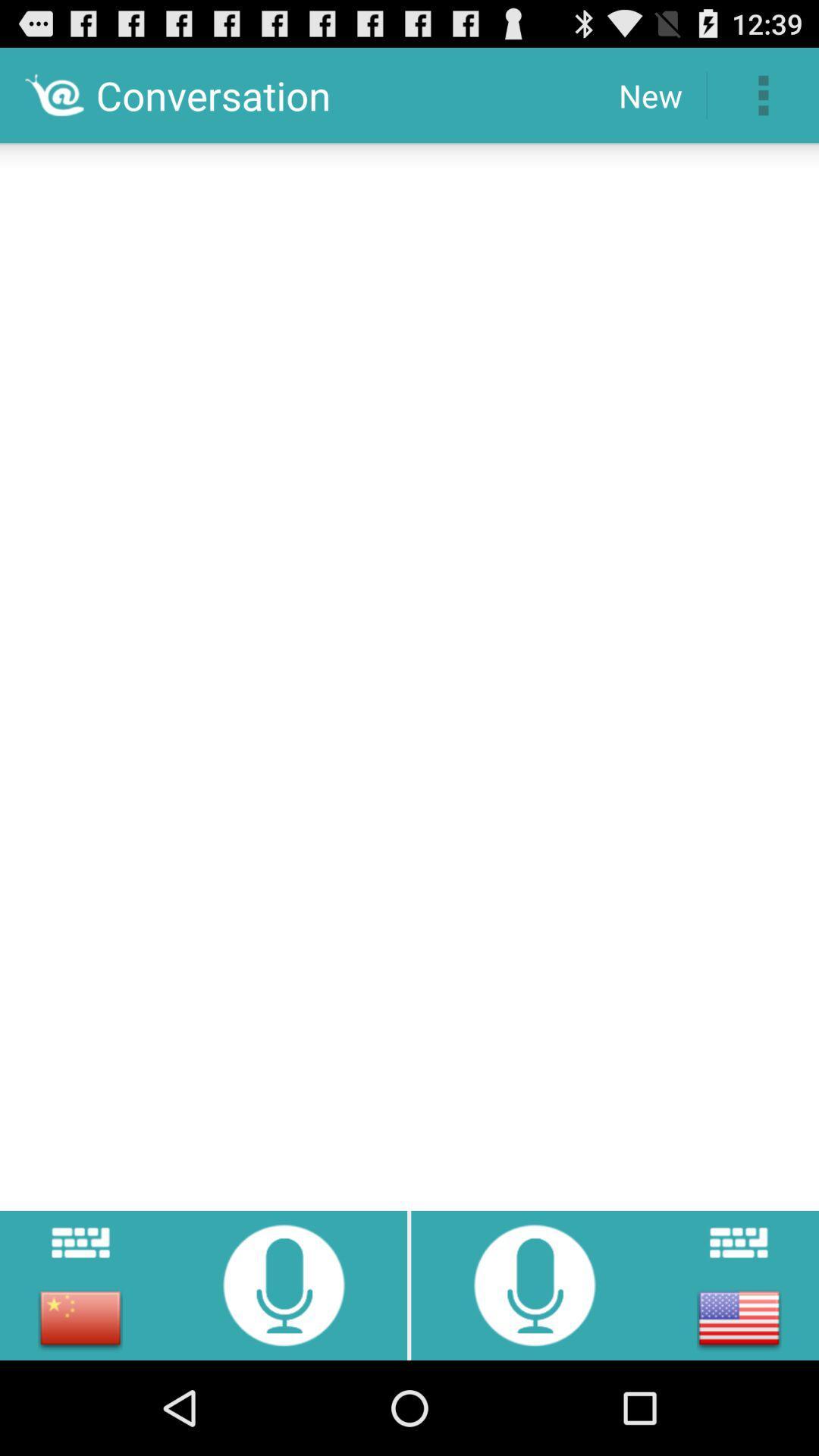 This screenshot has height=1456, width=819. Describe the element at coordinates (763, 94) in the screenshot. I see `item next to new icon` at that location.